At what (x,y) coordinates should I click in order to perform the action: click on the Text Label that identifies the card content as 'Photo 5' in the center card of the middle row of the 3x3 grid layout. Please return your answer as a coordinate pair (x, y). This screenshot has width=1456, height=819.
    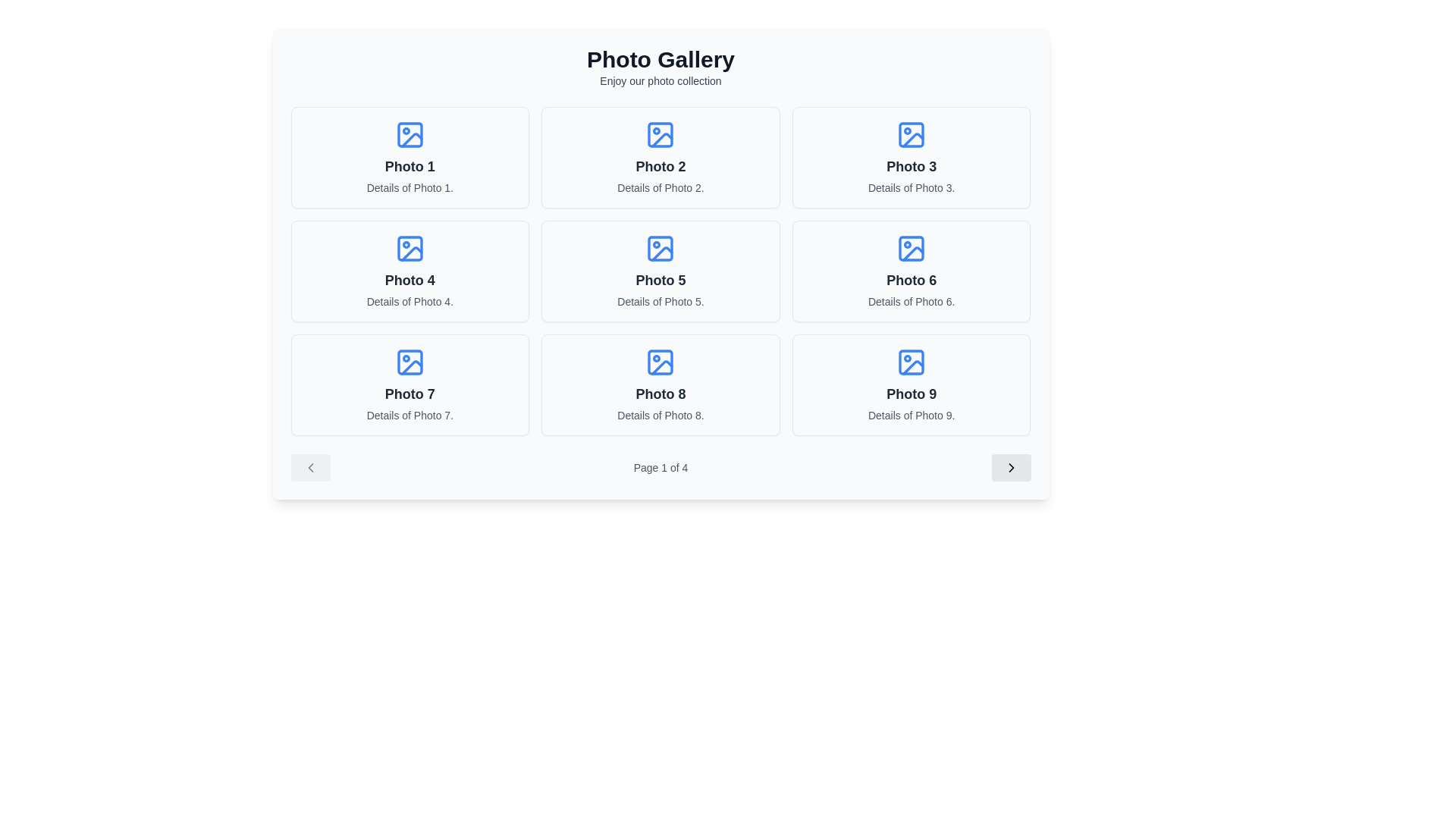
    Looking at the image, I should click on (661, 281).